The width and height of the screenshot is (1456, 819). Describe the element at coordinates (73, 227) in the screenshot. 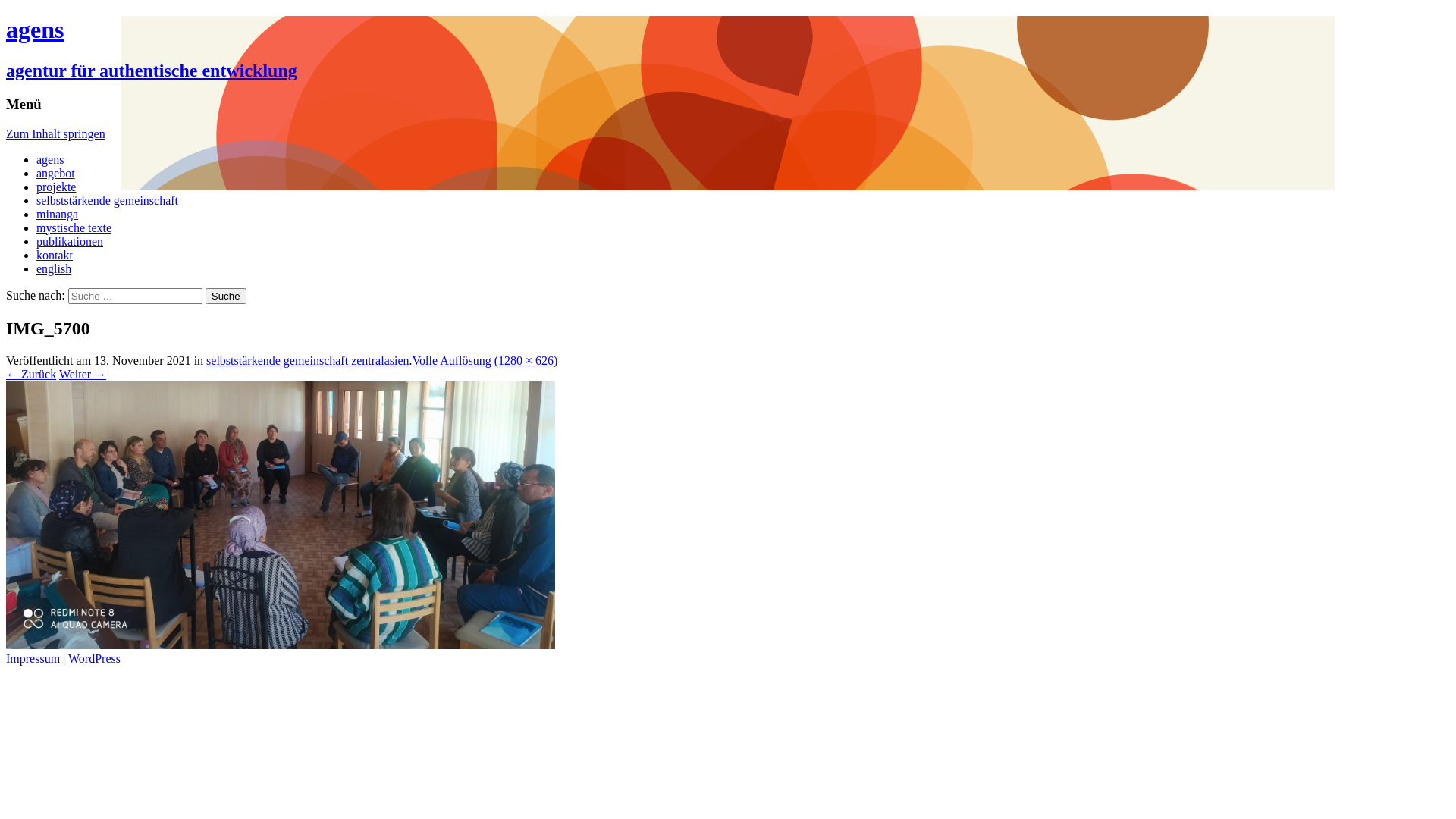

I see `'mystische texte'` at that location.